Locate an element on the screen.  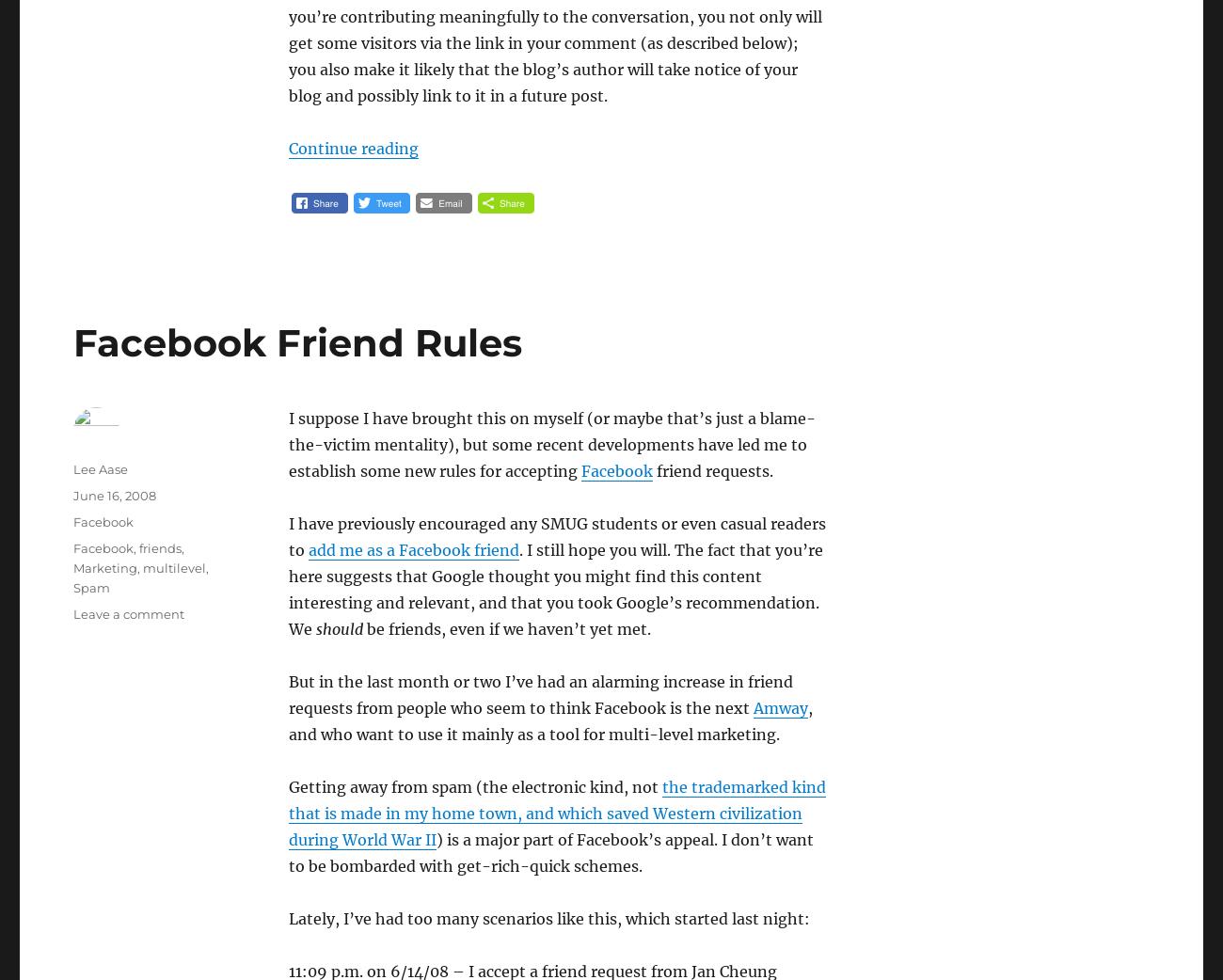
'friends' is located at coordinates (160, 546).